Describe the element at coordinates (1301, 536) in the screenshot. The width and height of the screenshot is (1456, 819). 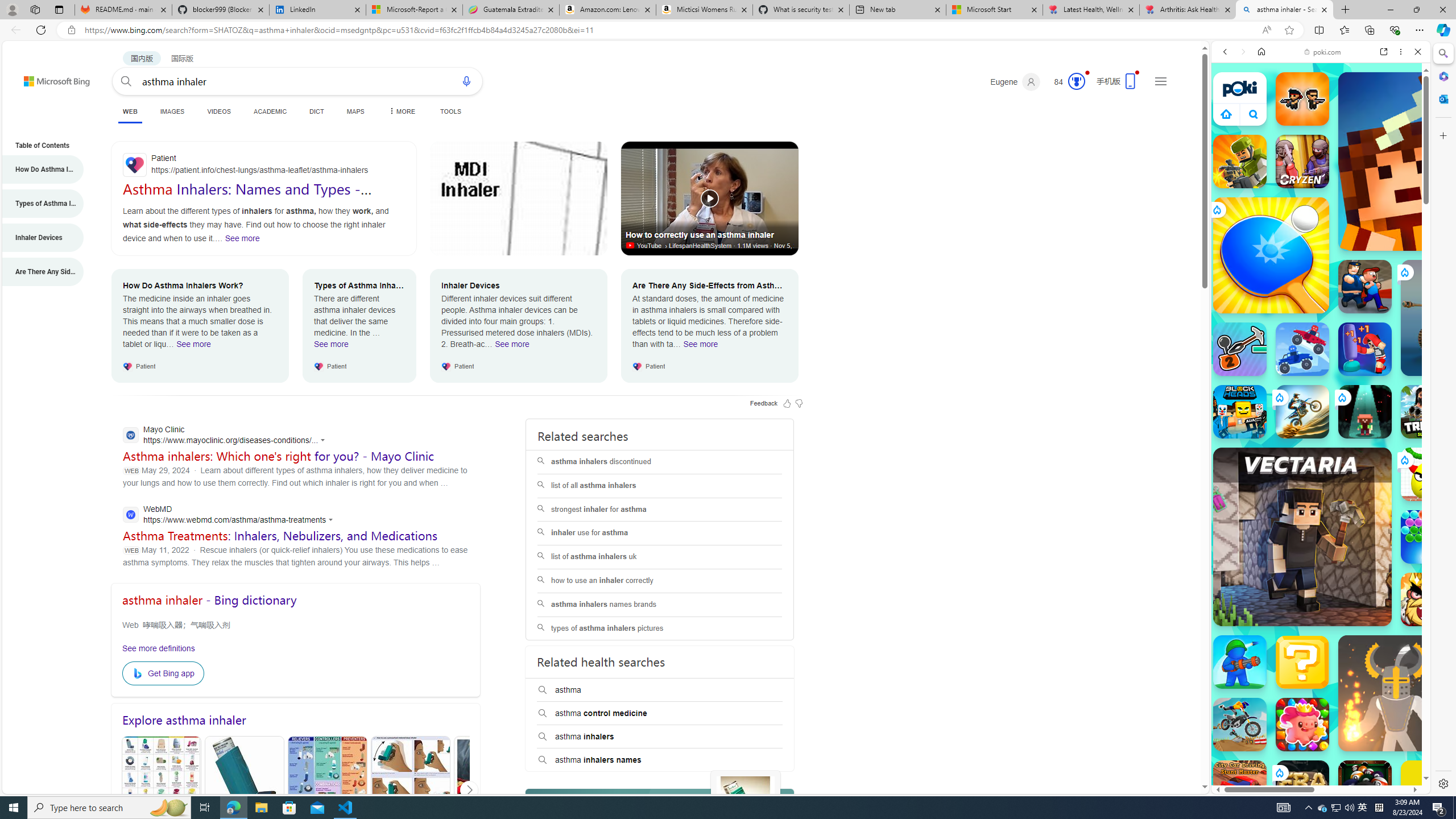
I see `'Vectaria.io'` at that location.